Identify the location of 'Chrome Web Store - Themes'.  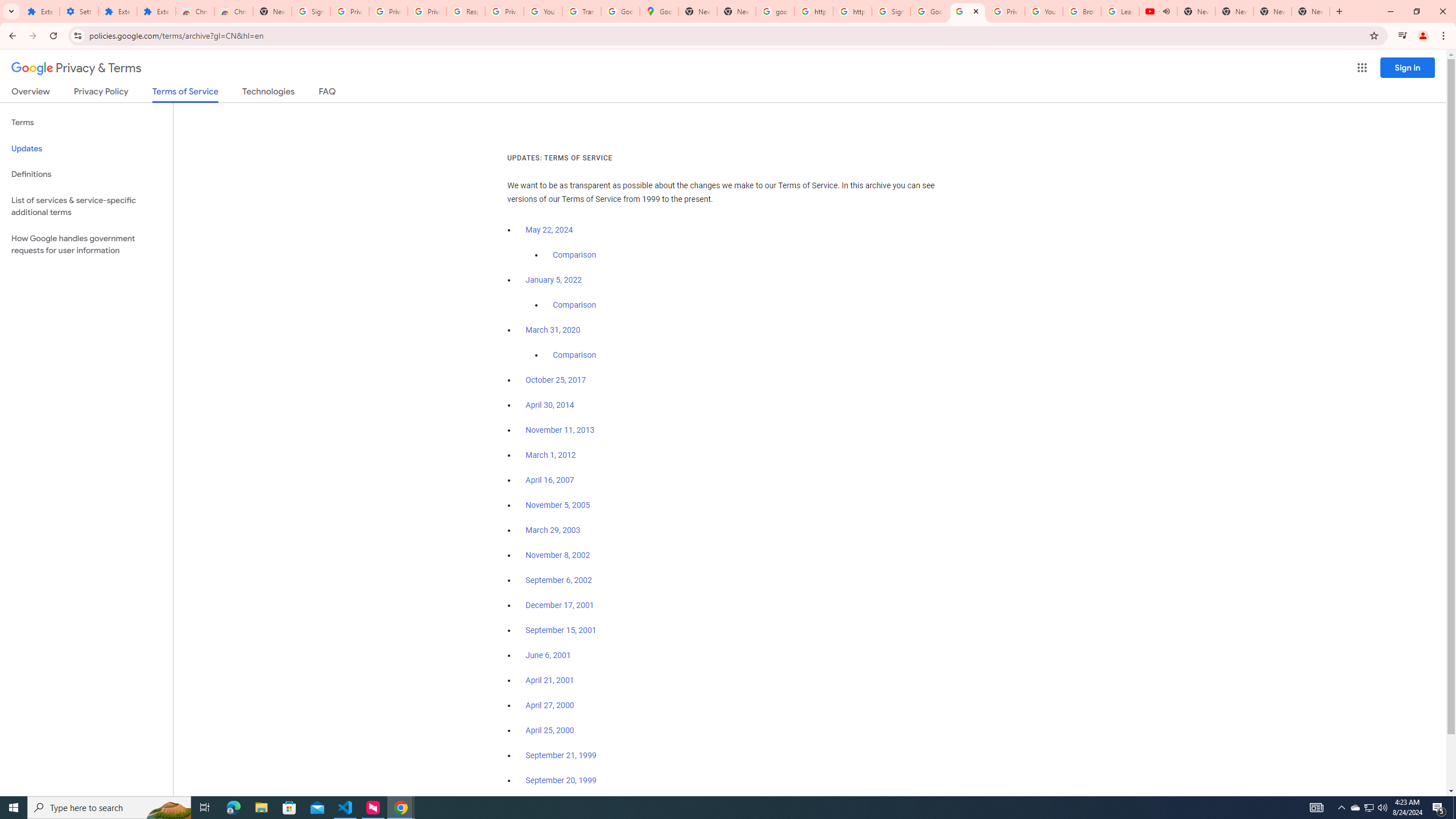
(233, 11).